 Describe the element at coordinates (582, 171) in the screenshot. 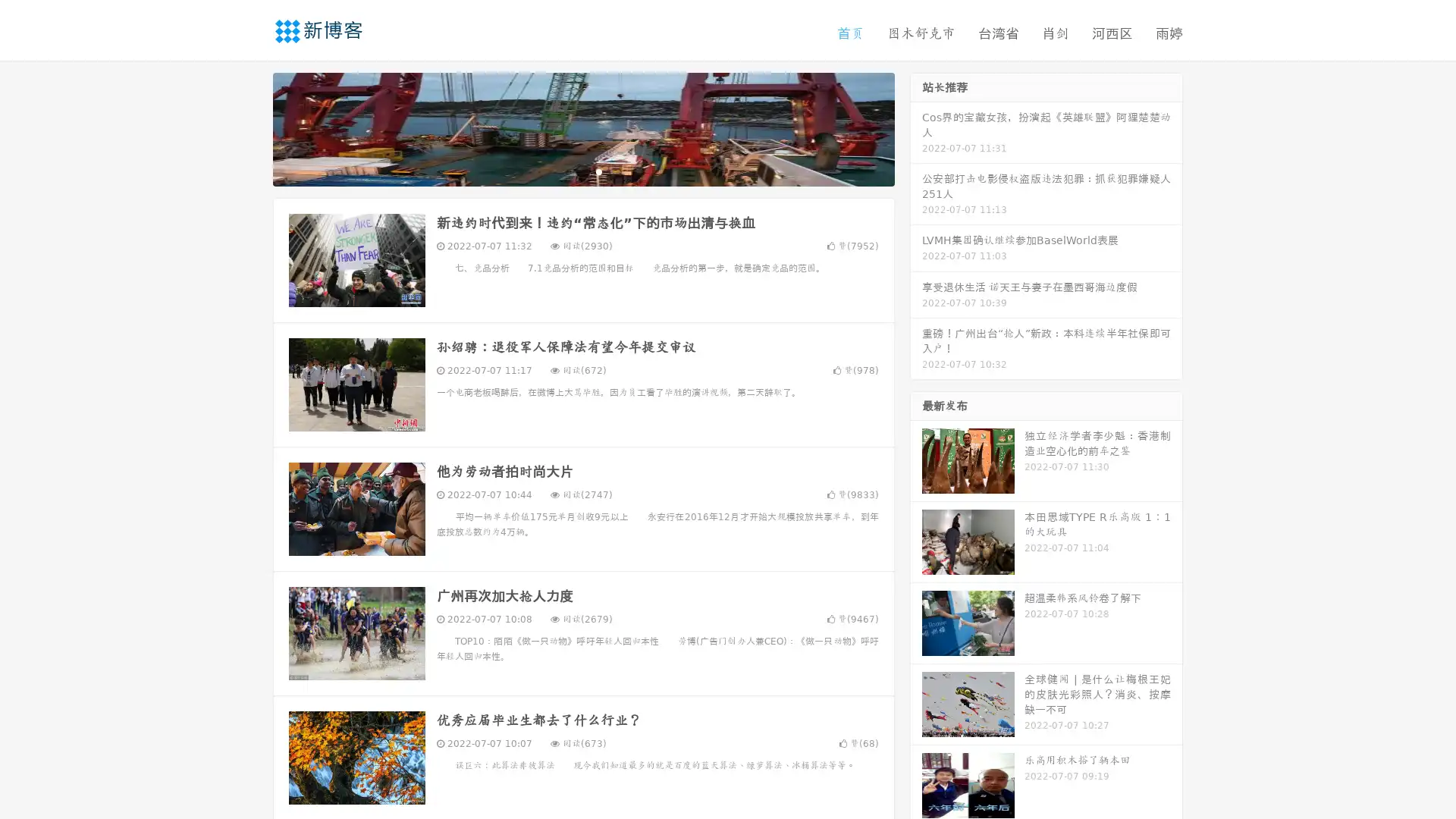

I see `Go to slide 2` at that location.